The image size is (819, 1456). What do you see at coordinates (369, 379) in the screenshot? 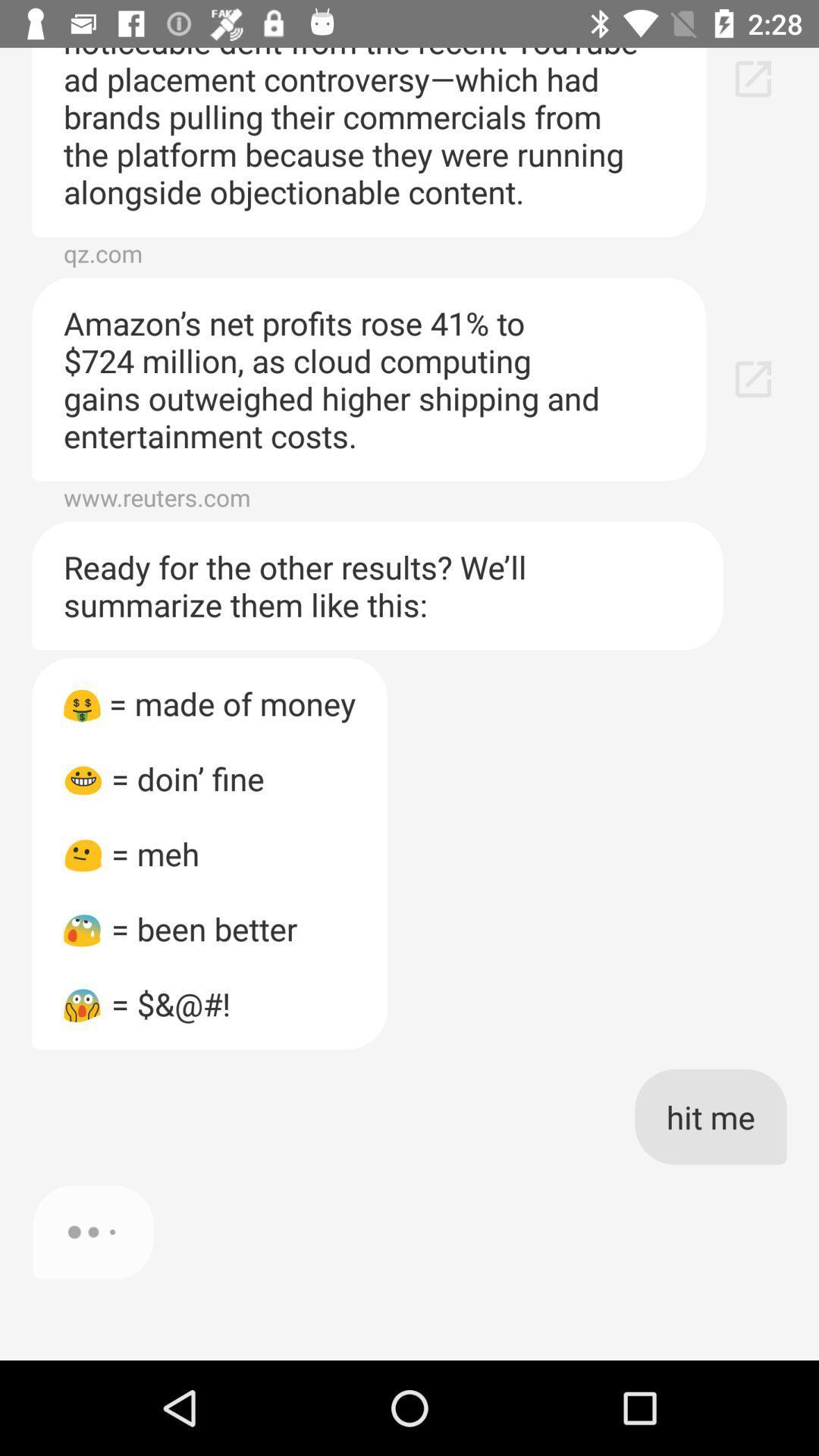
I see `icon below the qz.com icon` at bounding box center [369, 379].